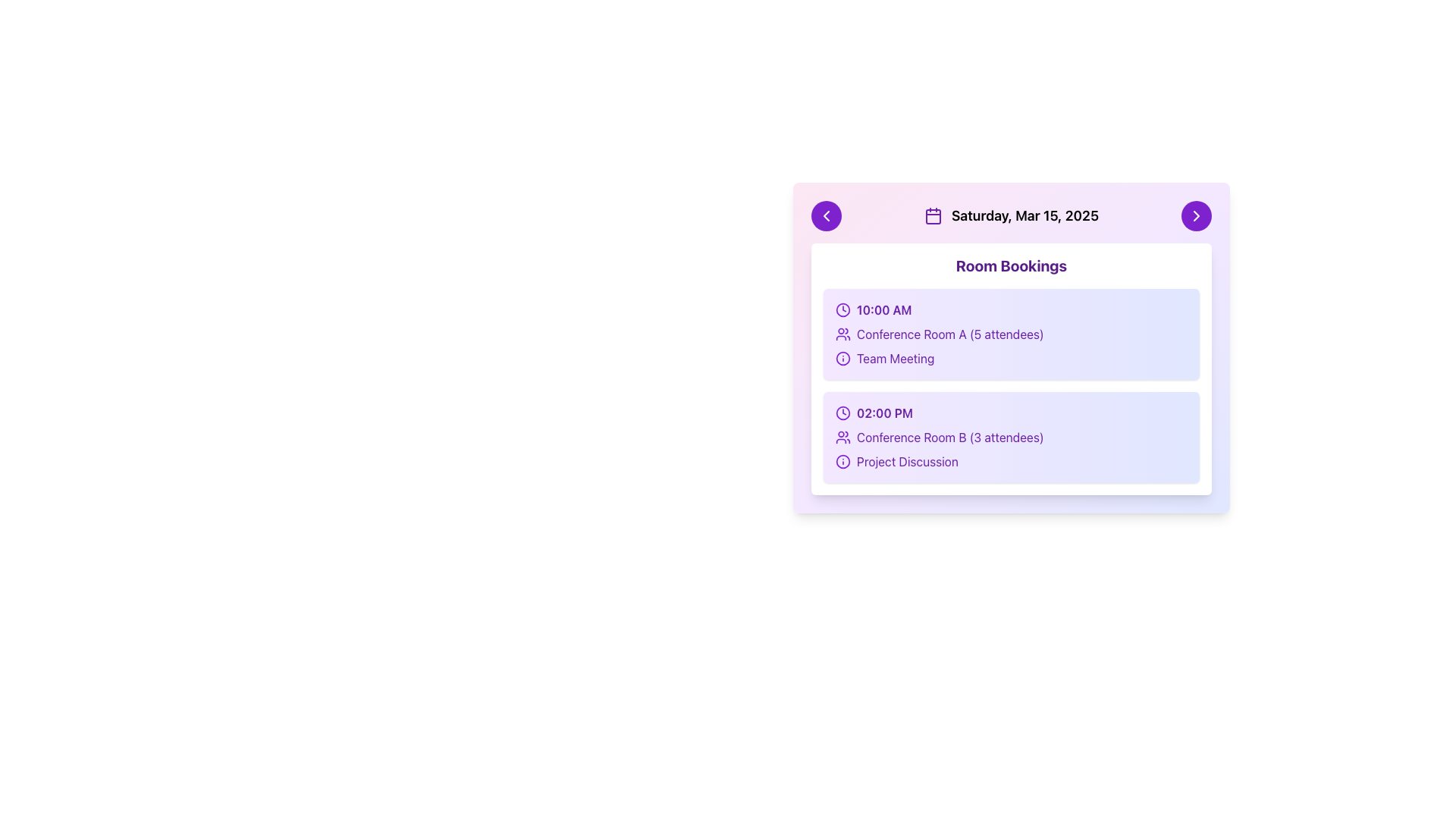 The height and width of the screenshot is (819, 1456). I want to click on the purple calendar icon with rounded corners located next to the text 'Saturday, Mar 15, 2025' in the header section, so click(932, 216).